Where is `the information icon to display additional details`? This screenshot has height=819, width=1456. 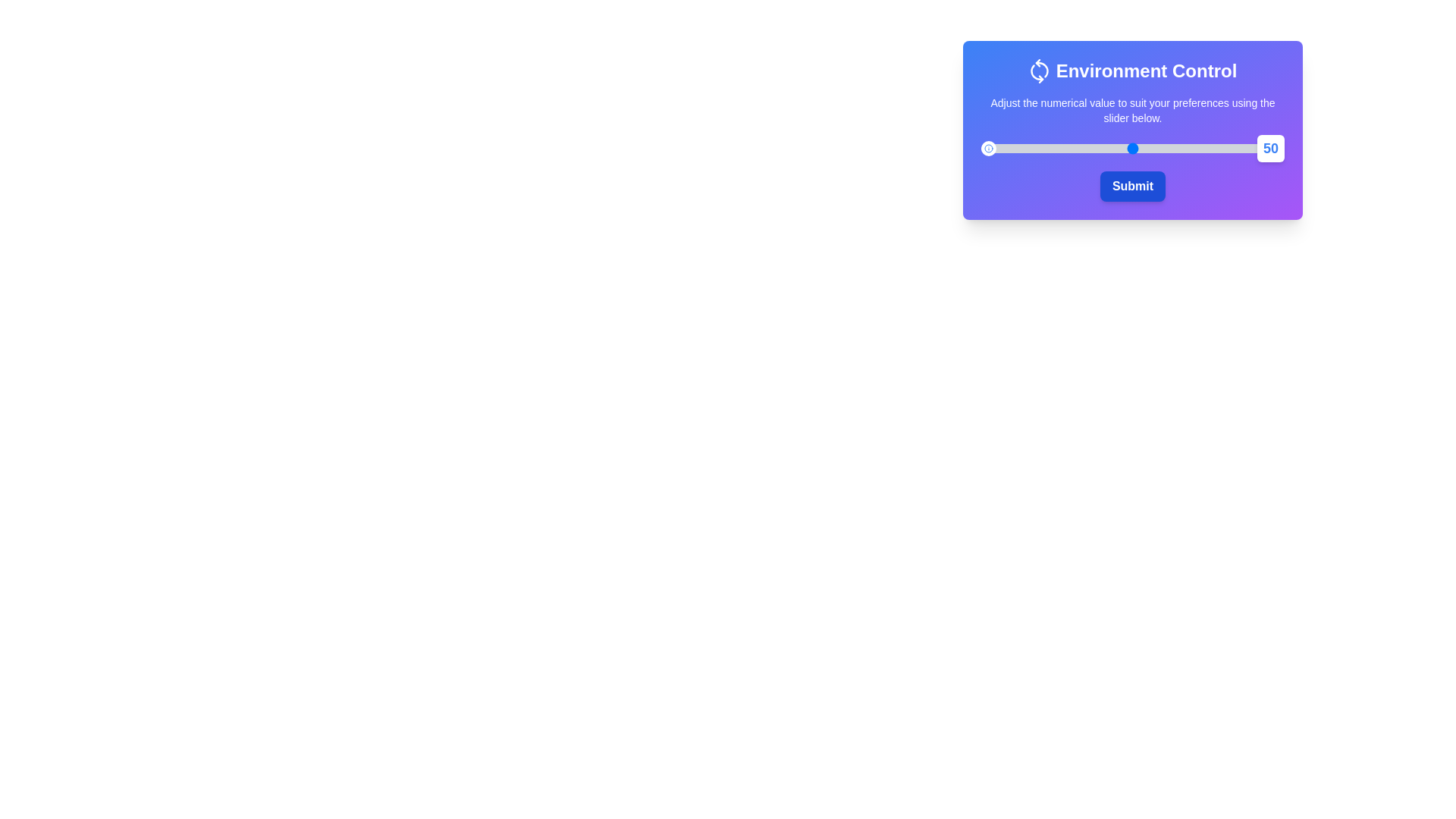
the information icon to display additional details is located at coordinates (989, 149).